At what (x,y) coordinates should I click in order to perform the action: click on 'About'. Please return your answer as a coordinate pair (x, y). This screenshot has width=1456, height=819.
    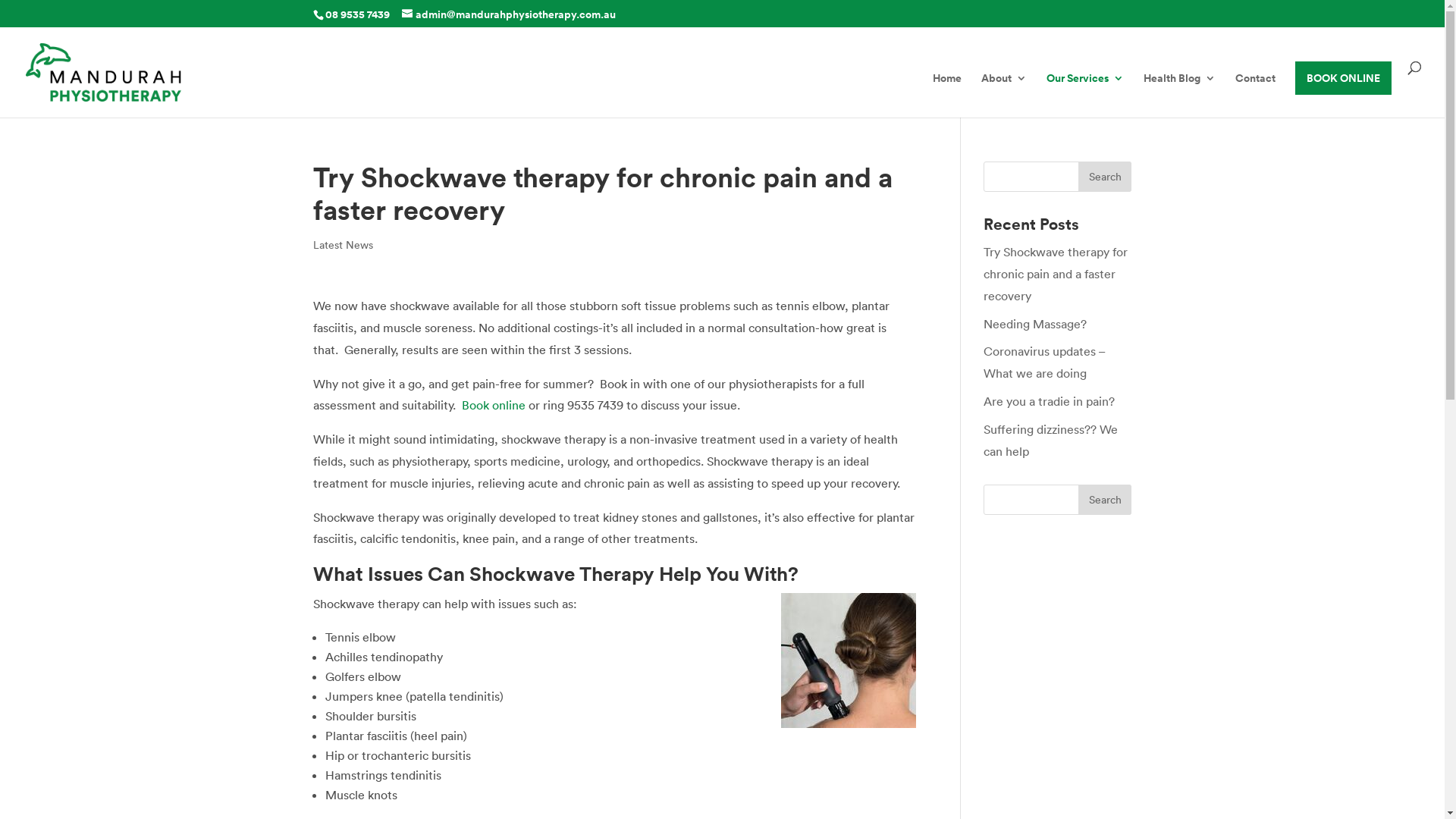
    Looking at the image, I should click on (1004, 95).